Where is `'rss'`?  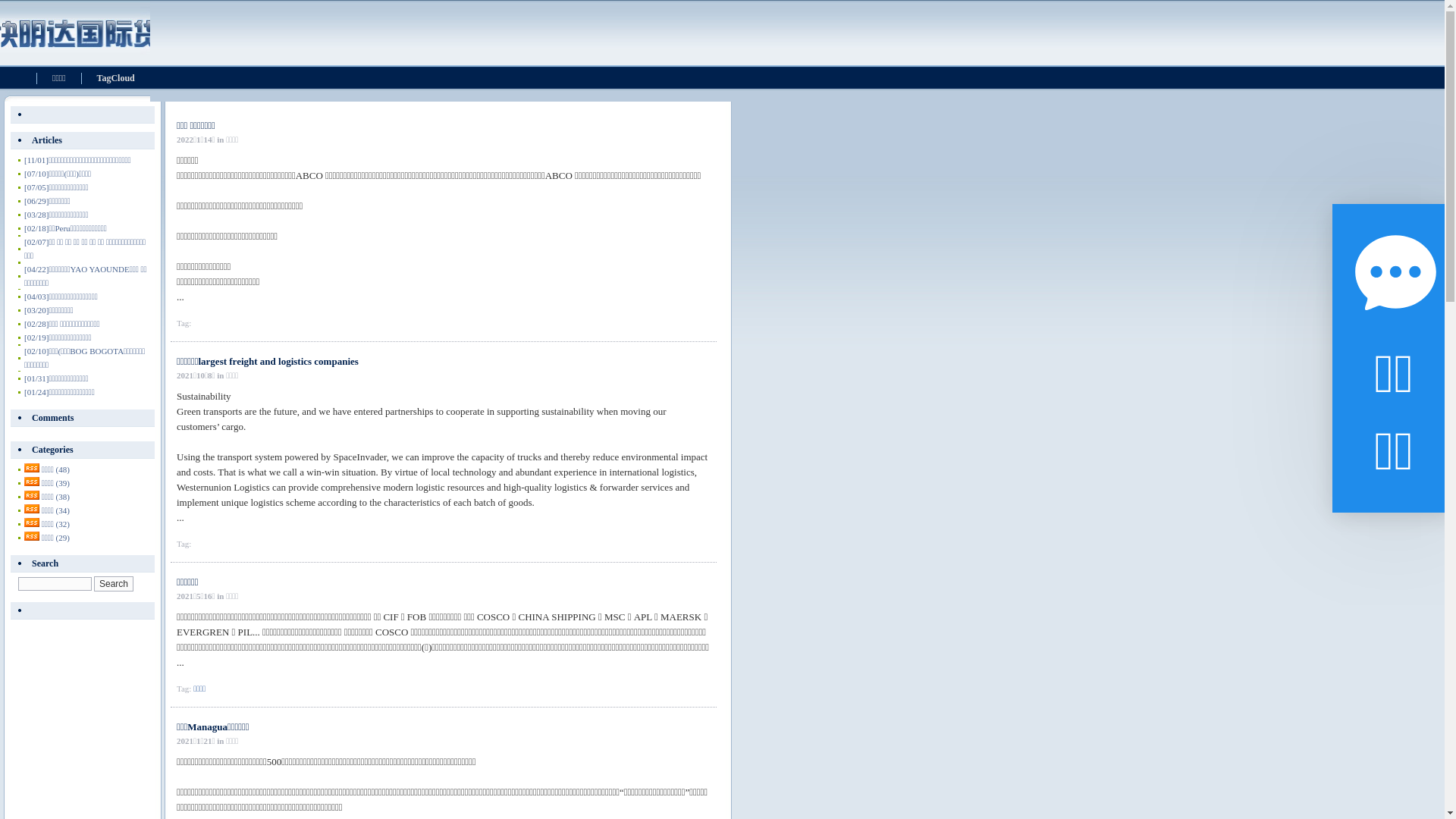
'rss' is located at coordinates (32, 467).